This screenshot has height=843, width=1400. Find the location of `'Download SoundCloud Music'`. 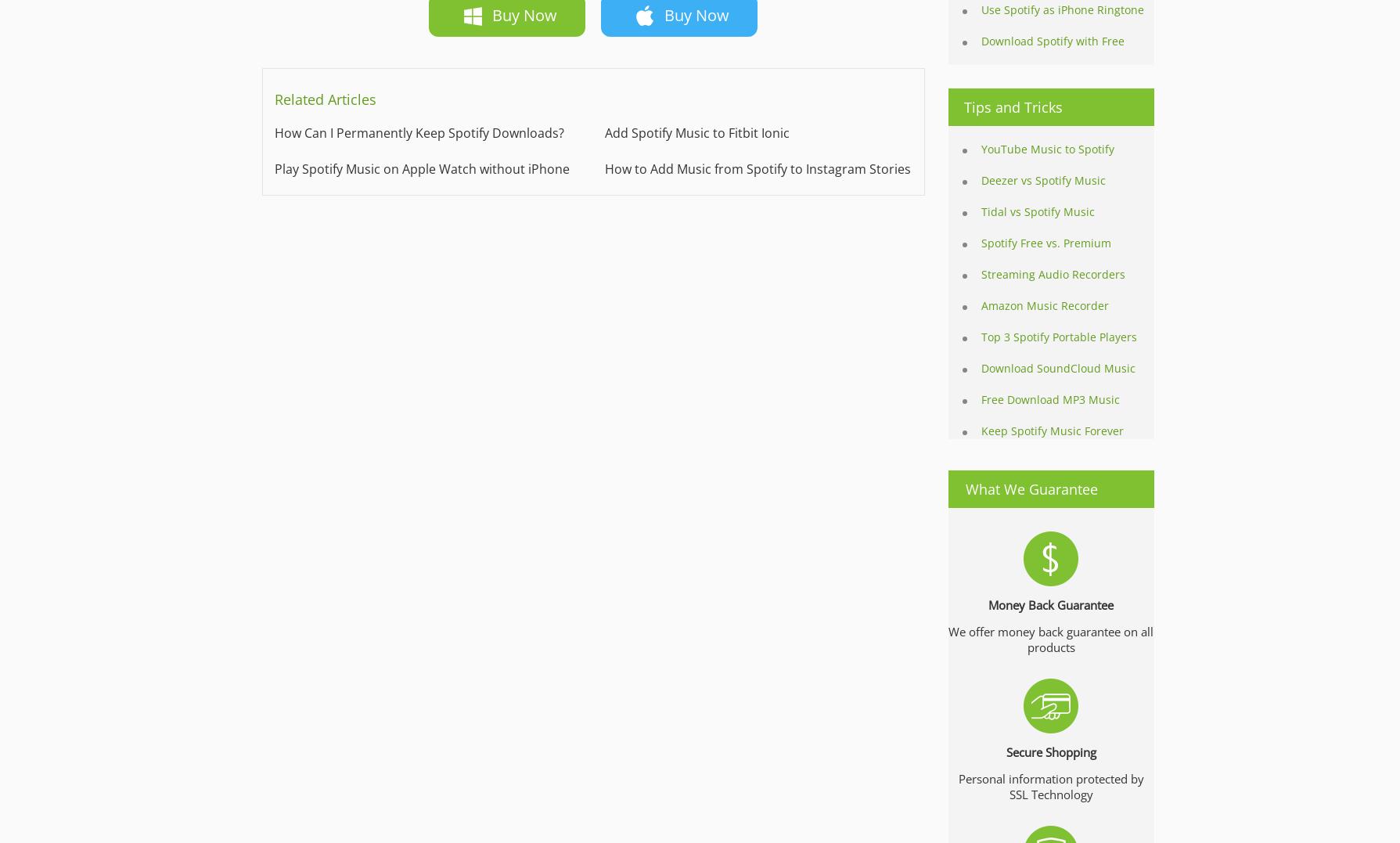

'Download SoundCloud Music' is located at coordinates (1058, 368).